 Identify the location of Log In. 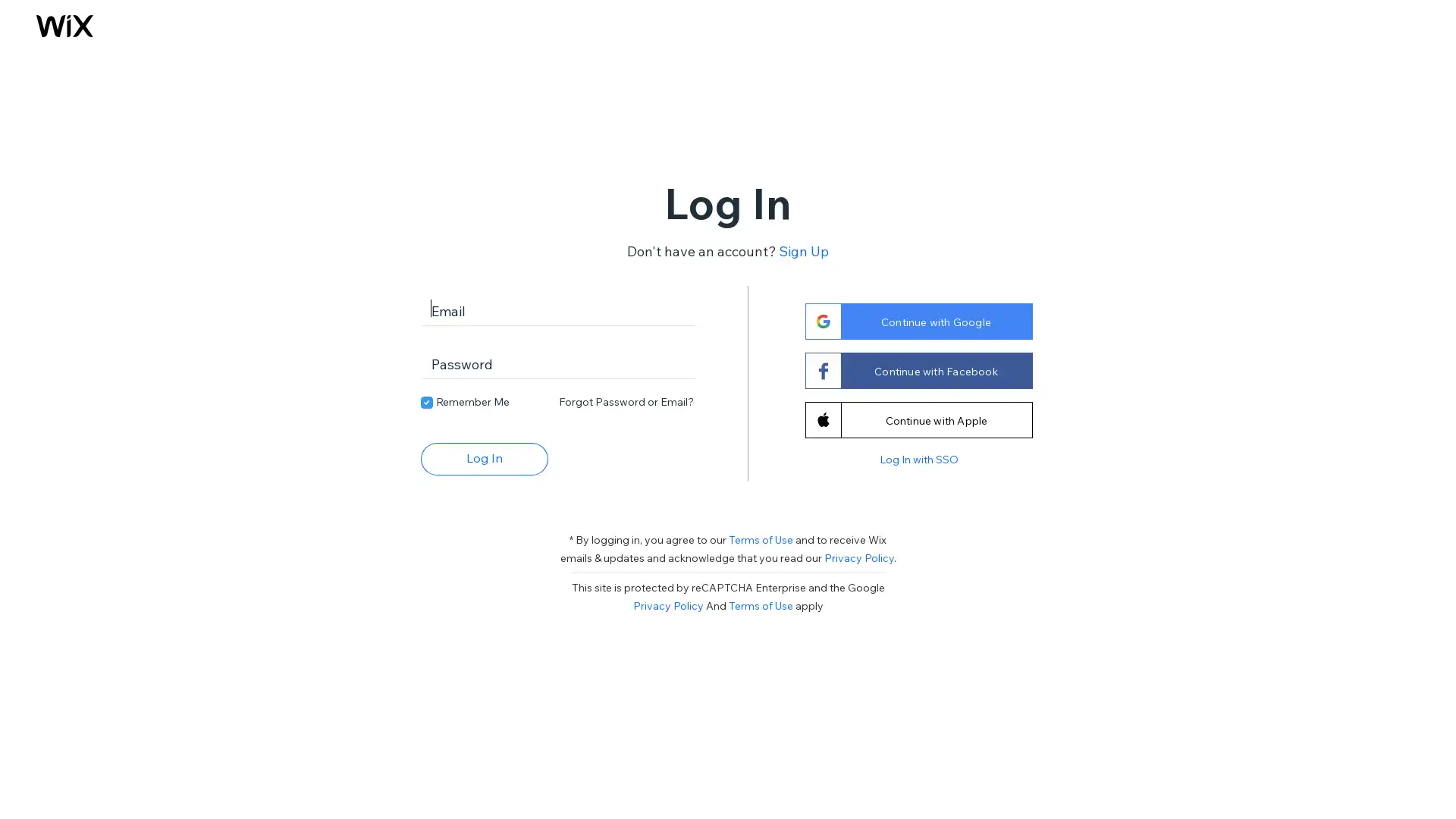
(483, 457).